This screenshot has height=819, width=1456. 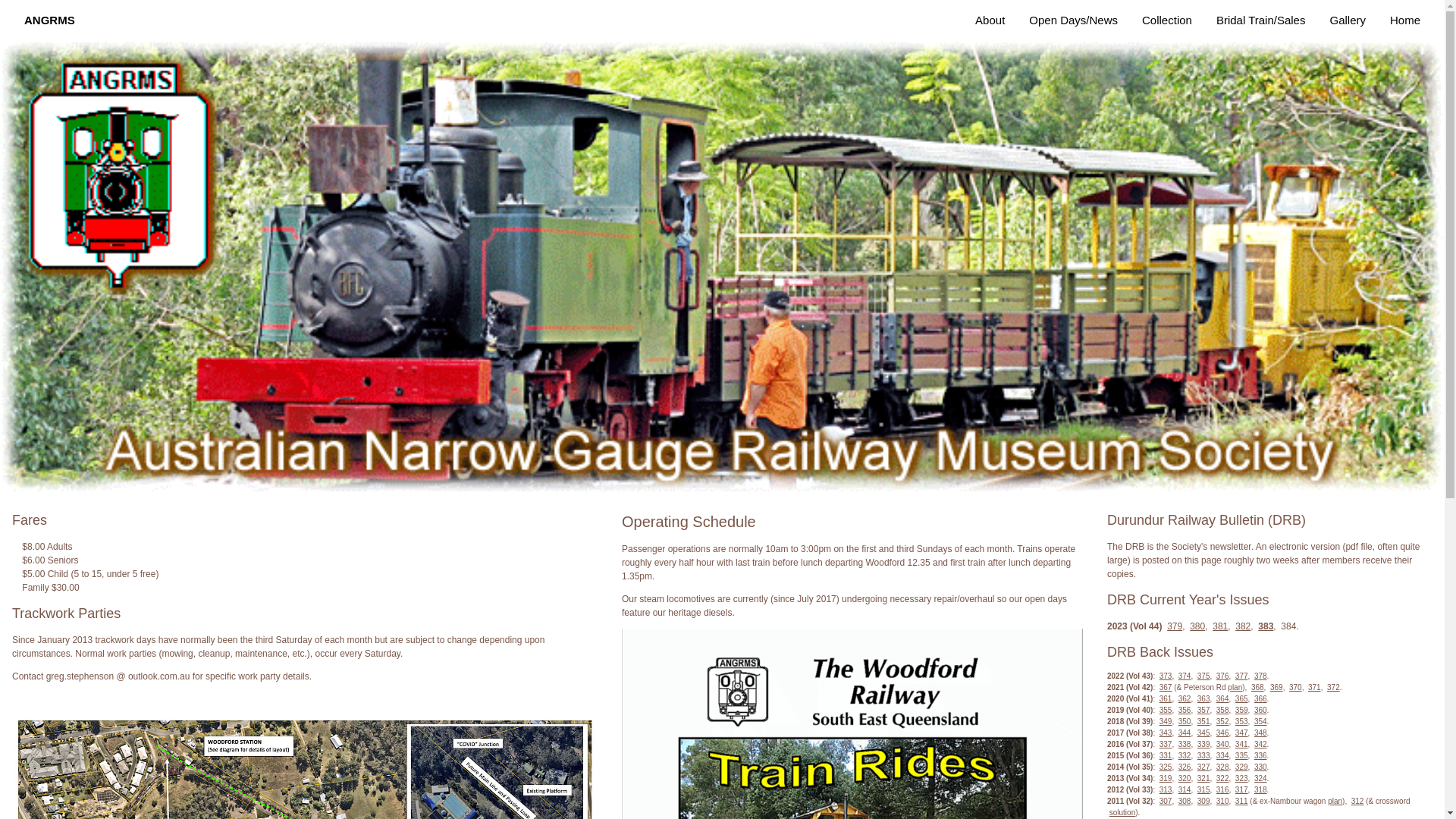 What do you see at coordinates (1241, 732) in the screenshot?
I see `'347'` at bounding box center [1241, 732].